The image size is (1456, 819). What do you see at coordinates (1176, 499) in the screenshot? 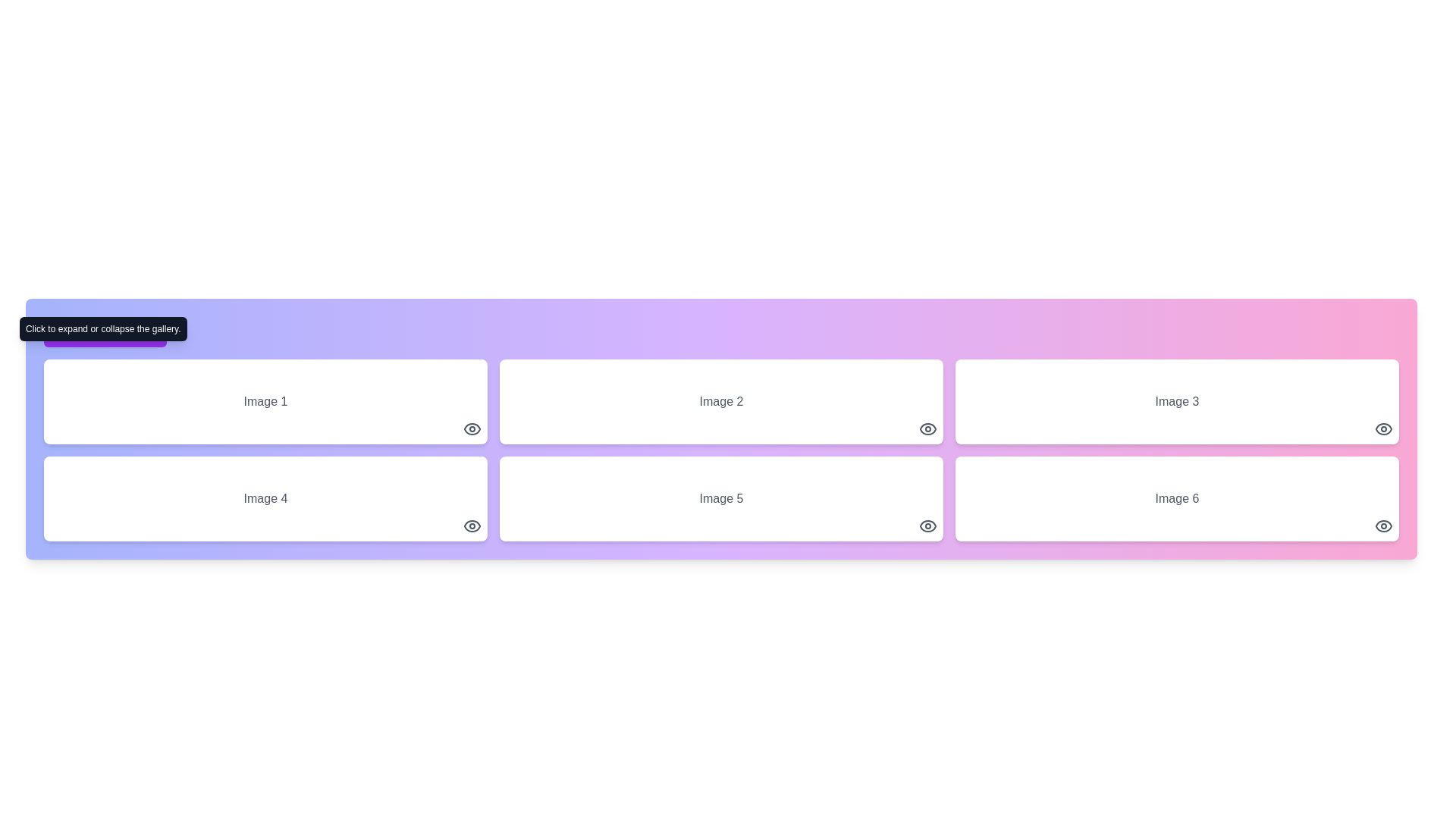
I see `the sixth Info card in the grid that showcases 'Image 6', located in the last column of the second row, set against a purple-to-pink gradient background` at bounding box center [1176, 499].